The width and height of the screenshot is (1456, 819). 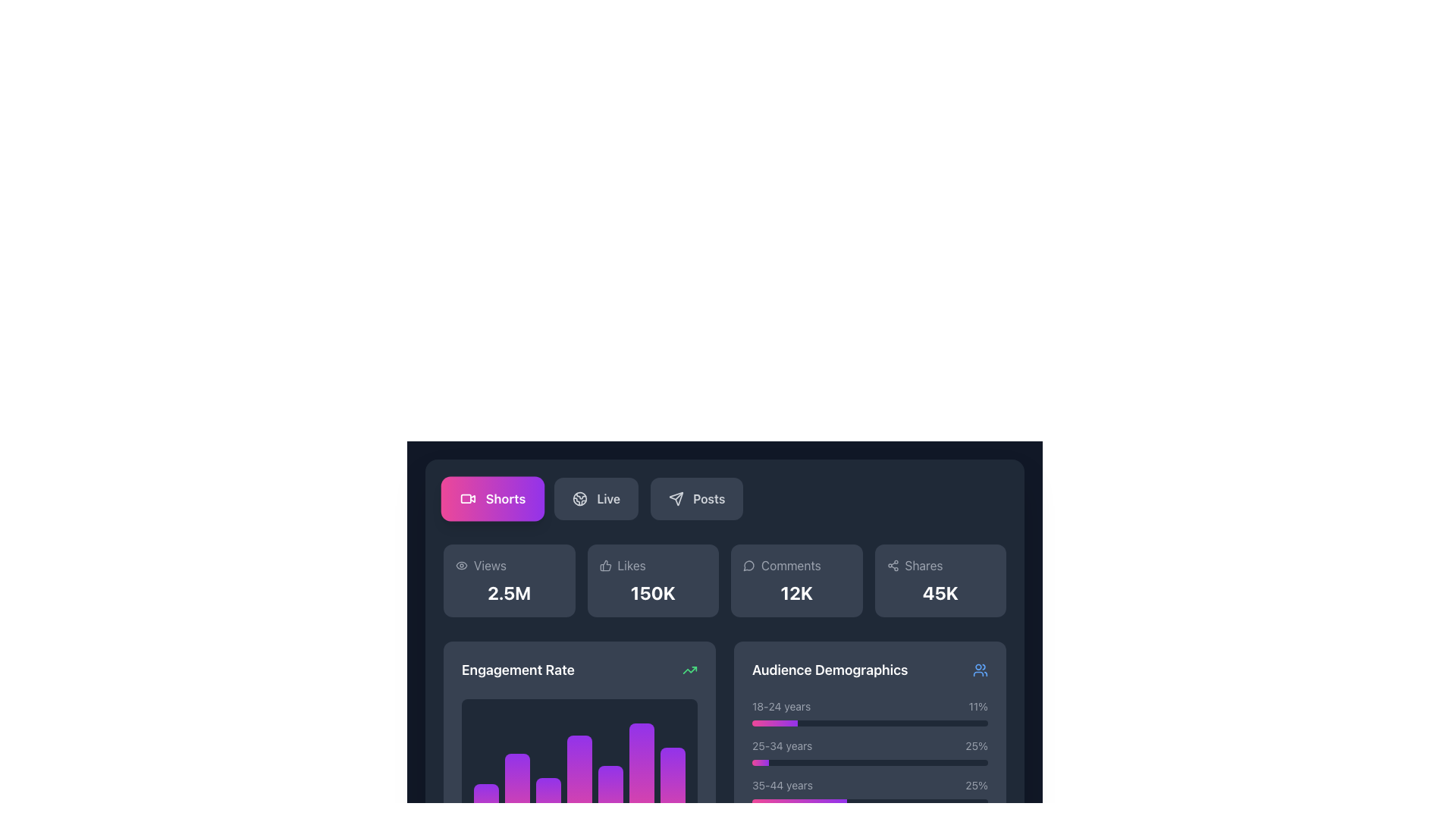 I want to click on the Data Display Card that shows 'Comments' with a value of '12K', located in the third position from the left within a grid layout of similar cards, so click(x=795, y=580).